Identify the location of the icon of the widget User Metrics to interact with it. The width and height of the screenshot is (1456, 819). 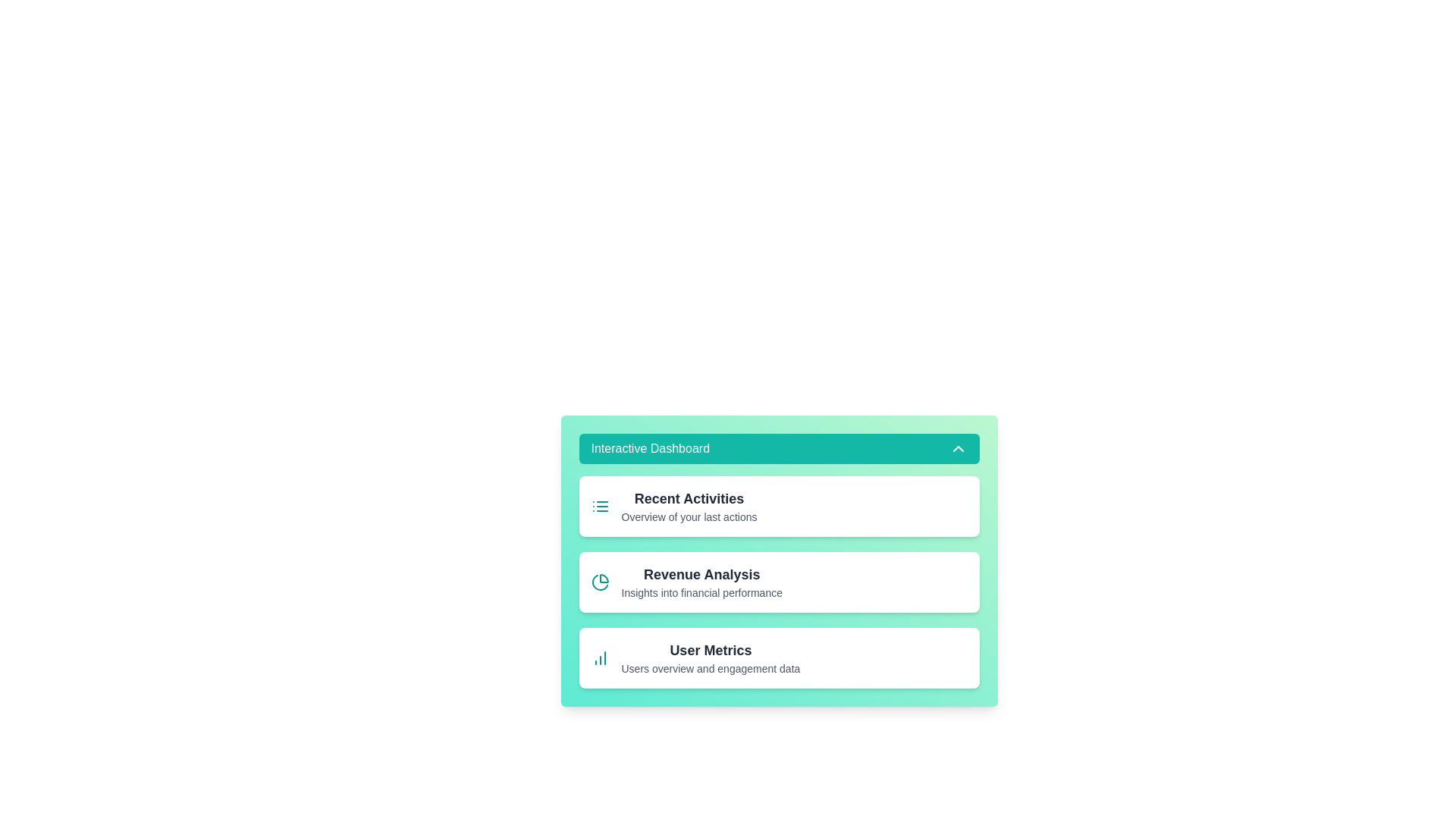
(599, 657).